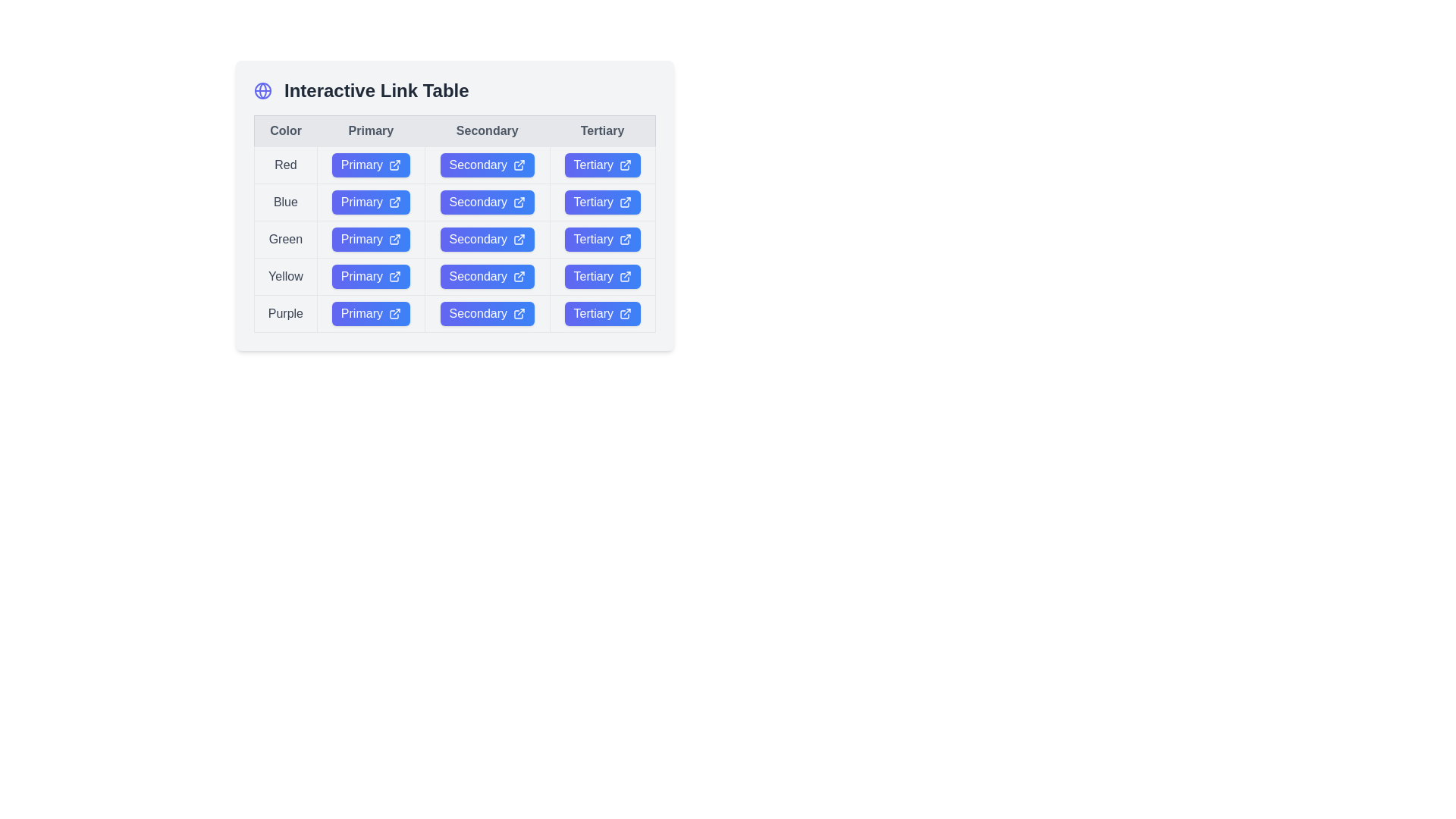  I want to click on the 'Tertiary' button with a gradient background transitioning from indigo to blue, located in the bottom right corner of the 'Purple' row, so click(601, 312).